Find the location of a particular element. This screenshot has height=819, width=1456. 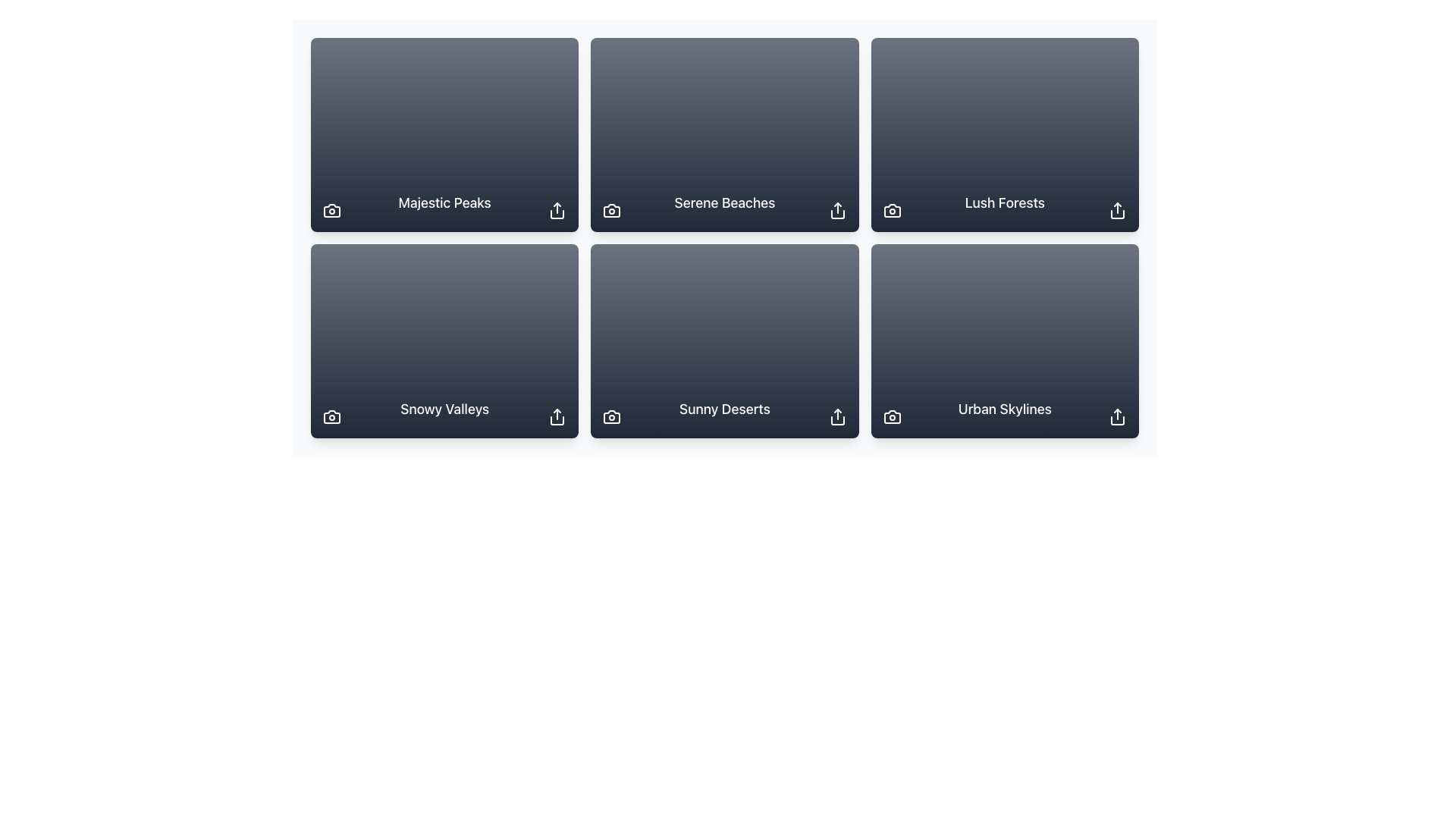

the camera icon in the bottom-left corner of the 'Lush Forests' card is located at coordinates (892, 210).